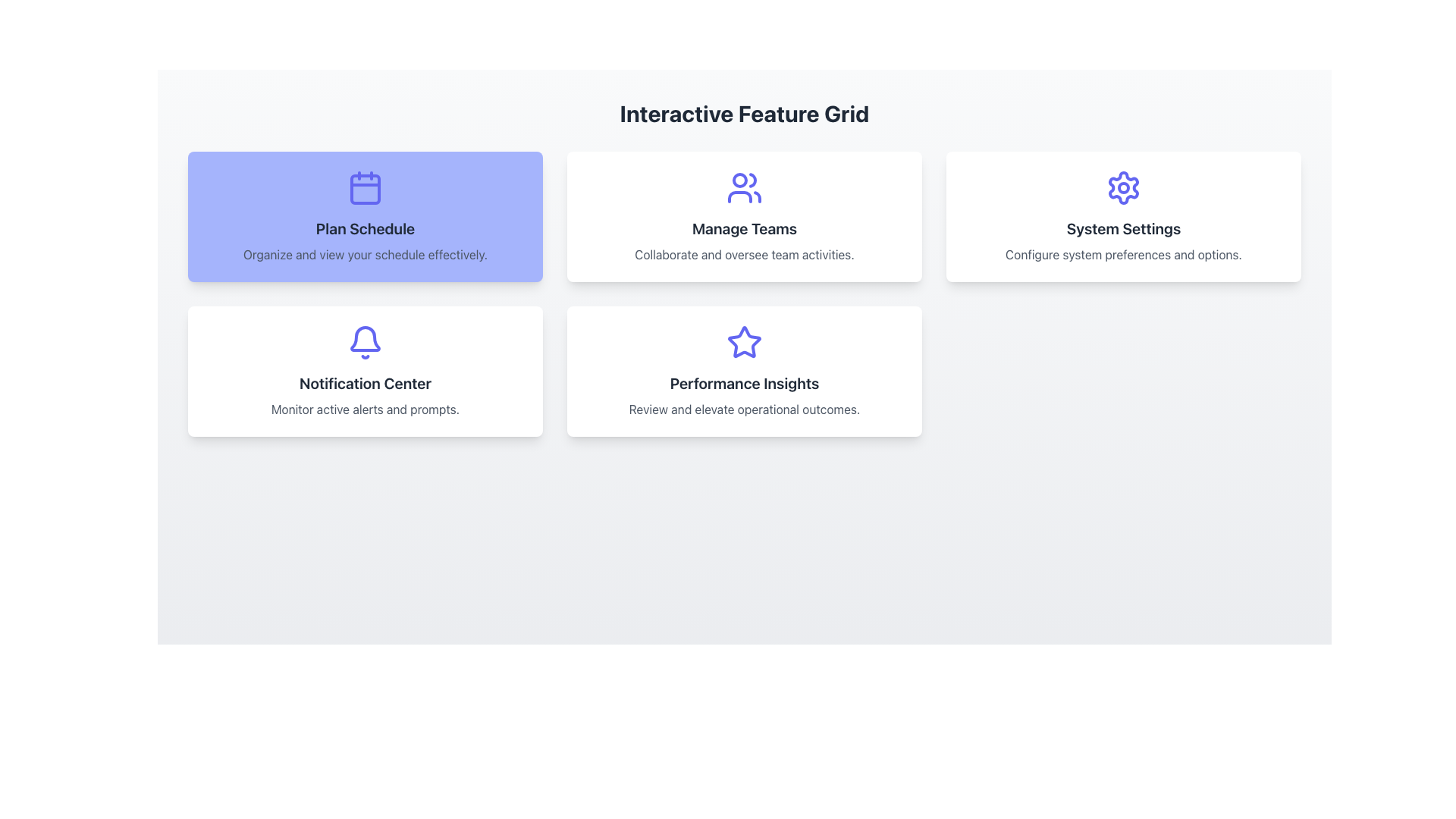  What do you see at coordinates (745, 382) in the screenshot?
I see `static text label displaying 'Performance Insights', which is styled in bold, large font and centered within a white card` at bounding box center [745, 382].